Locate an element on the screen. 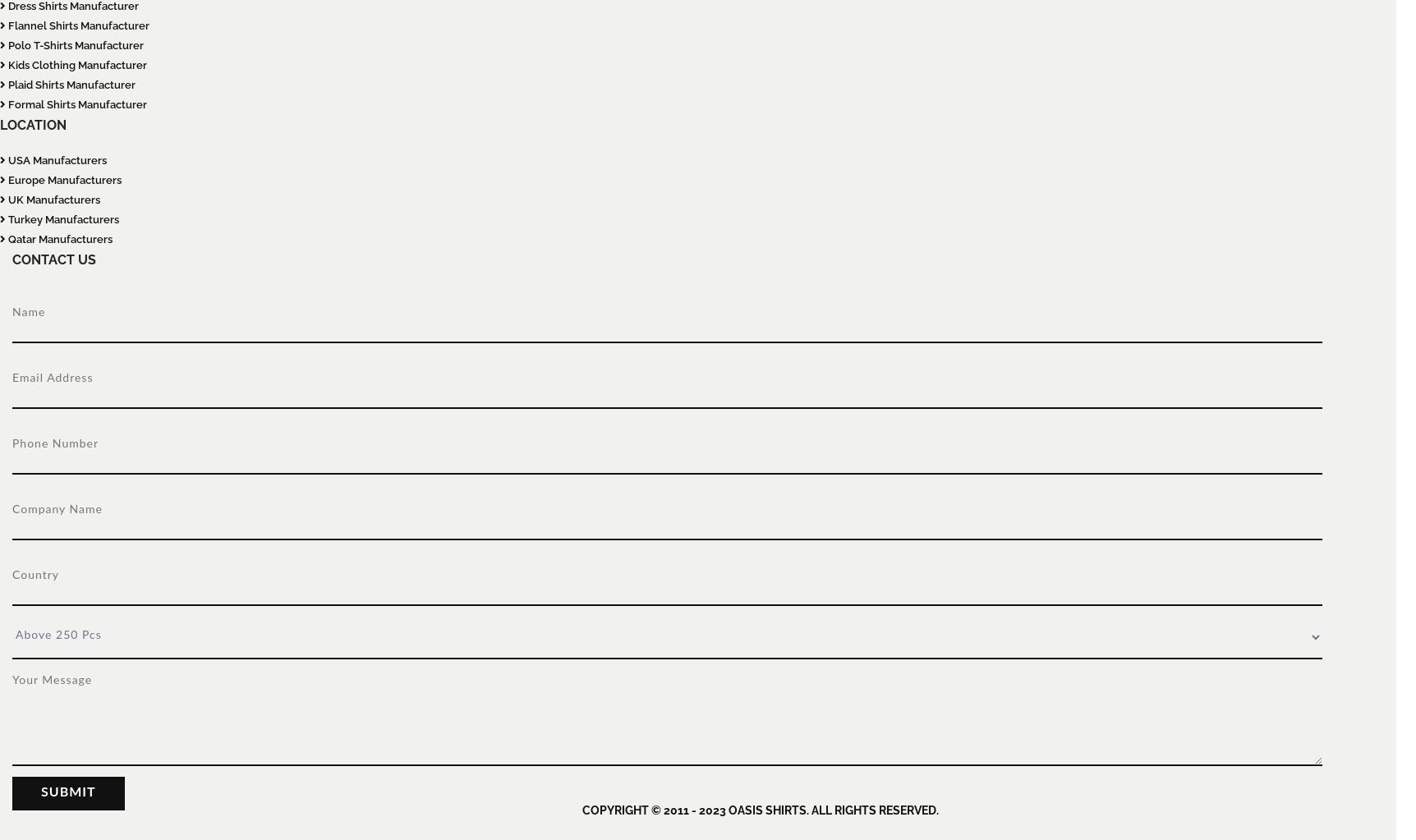 The width and height of the screenshot is (1416, 840). 'USA Manufacturers' is located at coordinates (56, 160).